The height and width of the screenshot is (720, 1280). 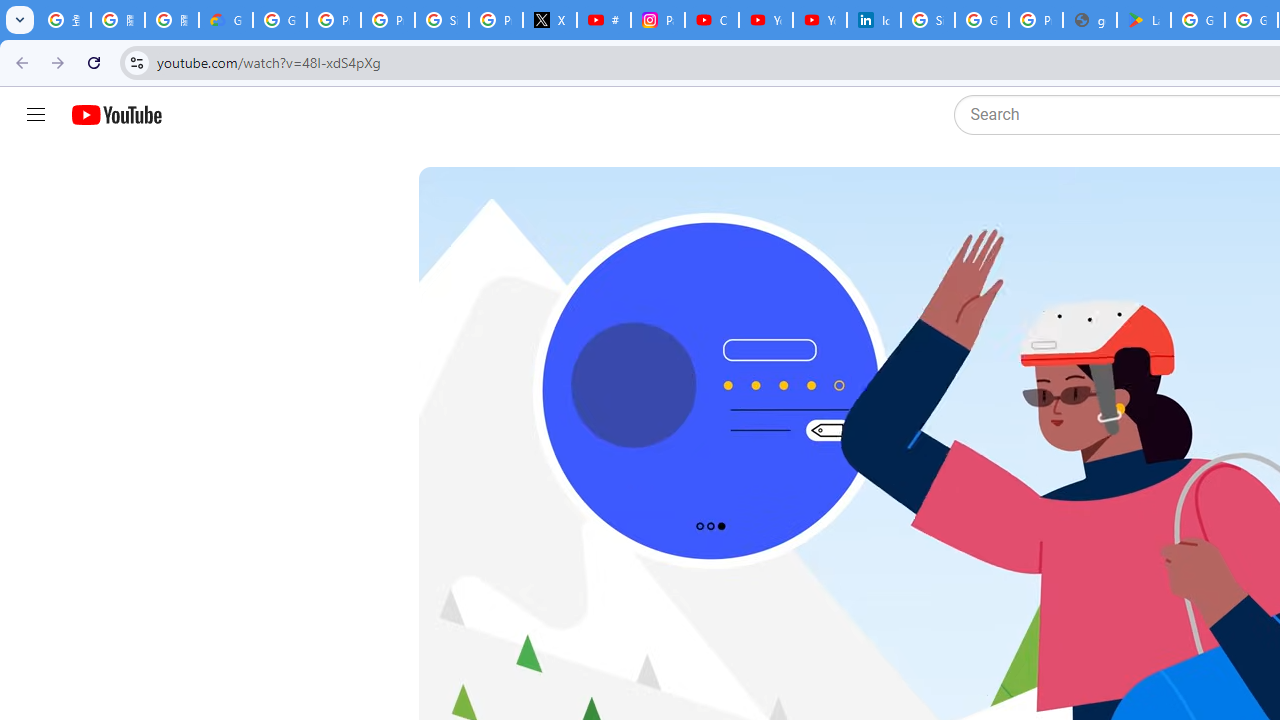 I want to click on 'YouTube Home', so click(x=115, y=115).